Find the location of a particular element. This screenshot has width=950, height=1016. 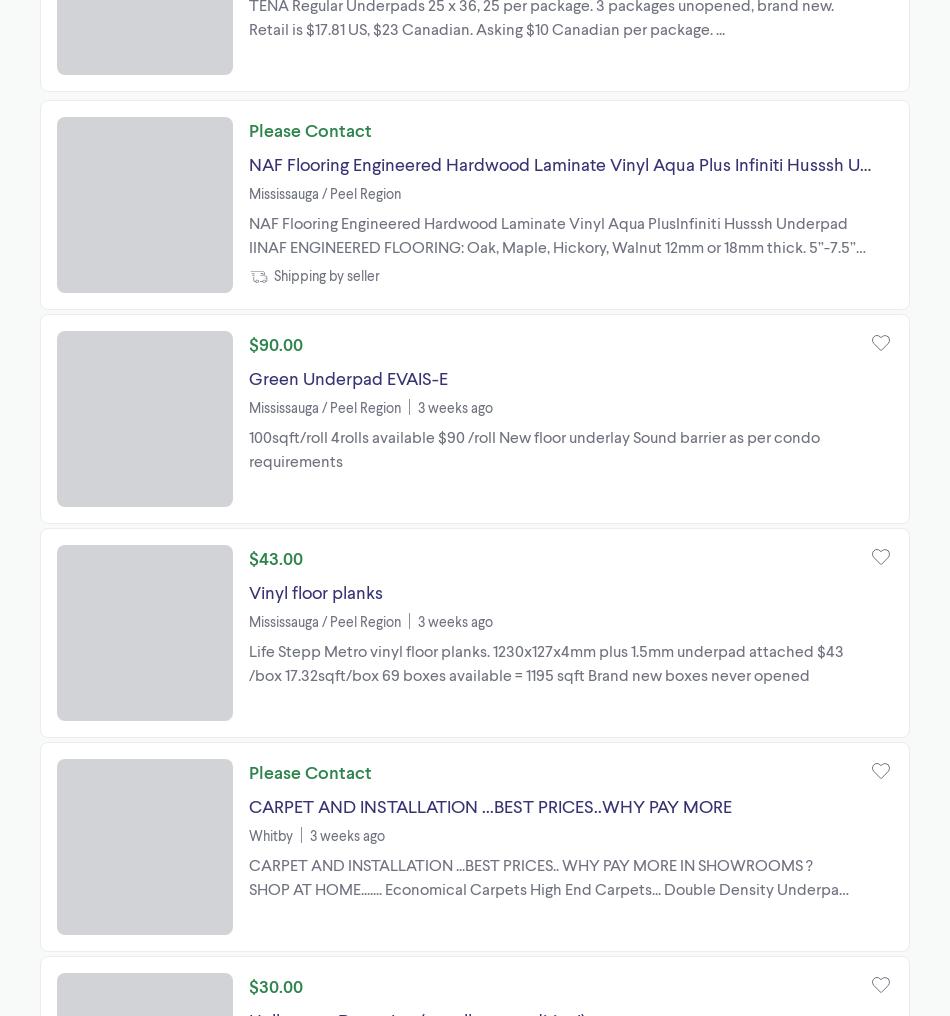

'Green Underpad EVAIS-E' is located at coordinates (347, 377).